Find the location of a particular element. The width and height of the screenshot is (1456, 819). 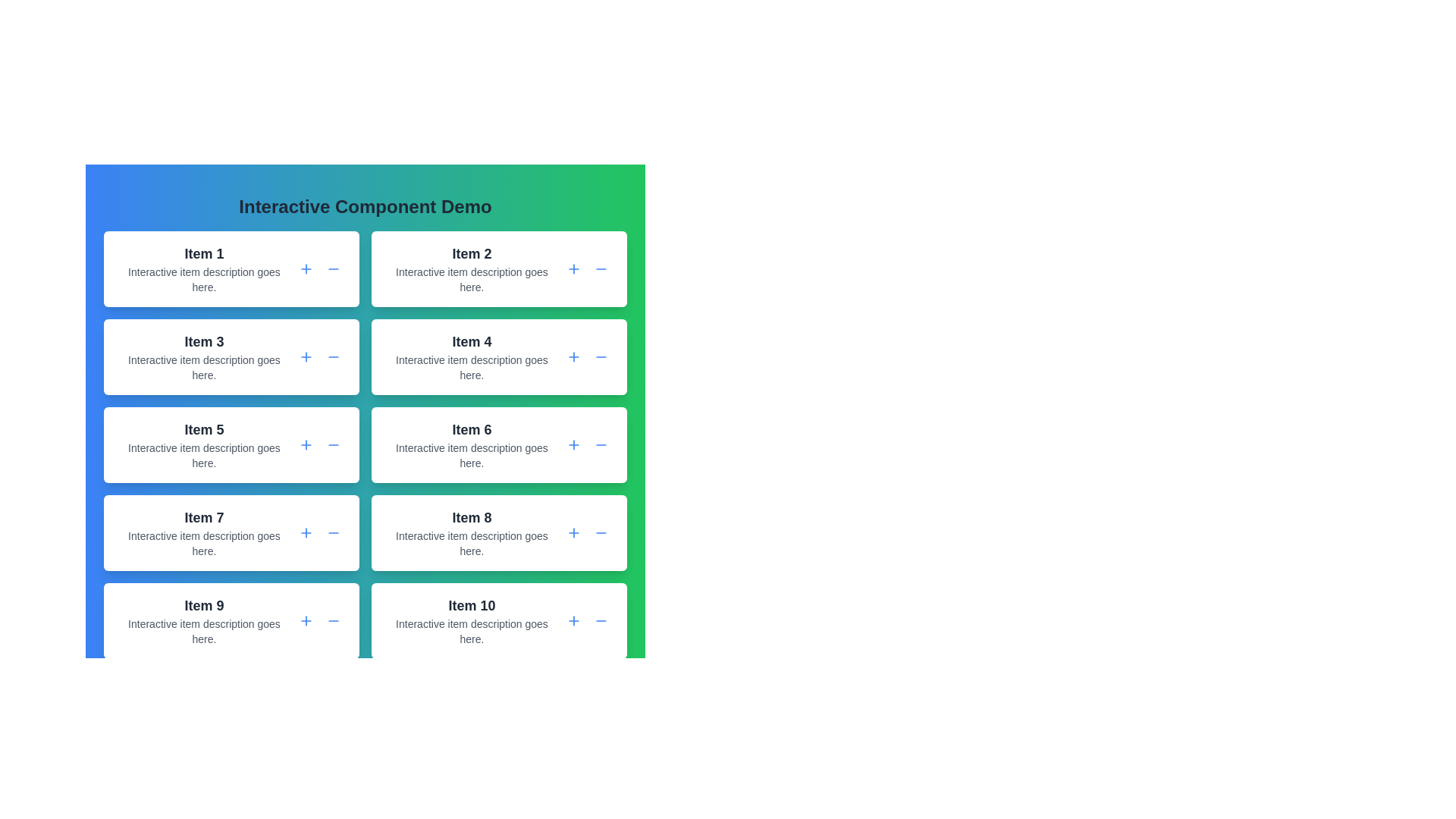

the blue circular icon button located to the left of the minus icon in the row labeled 'Item 5' is located at coordinates (305, 444).